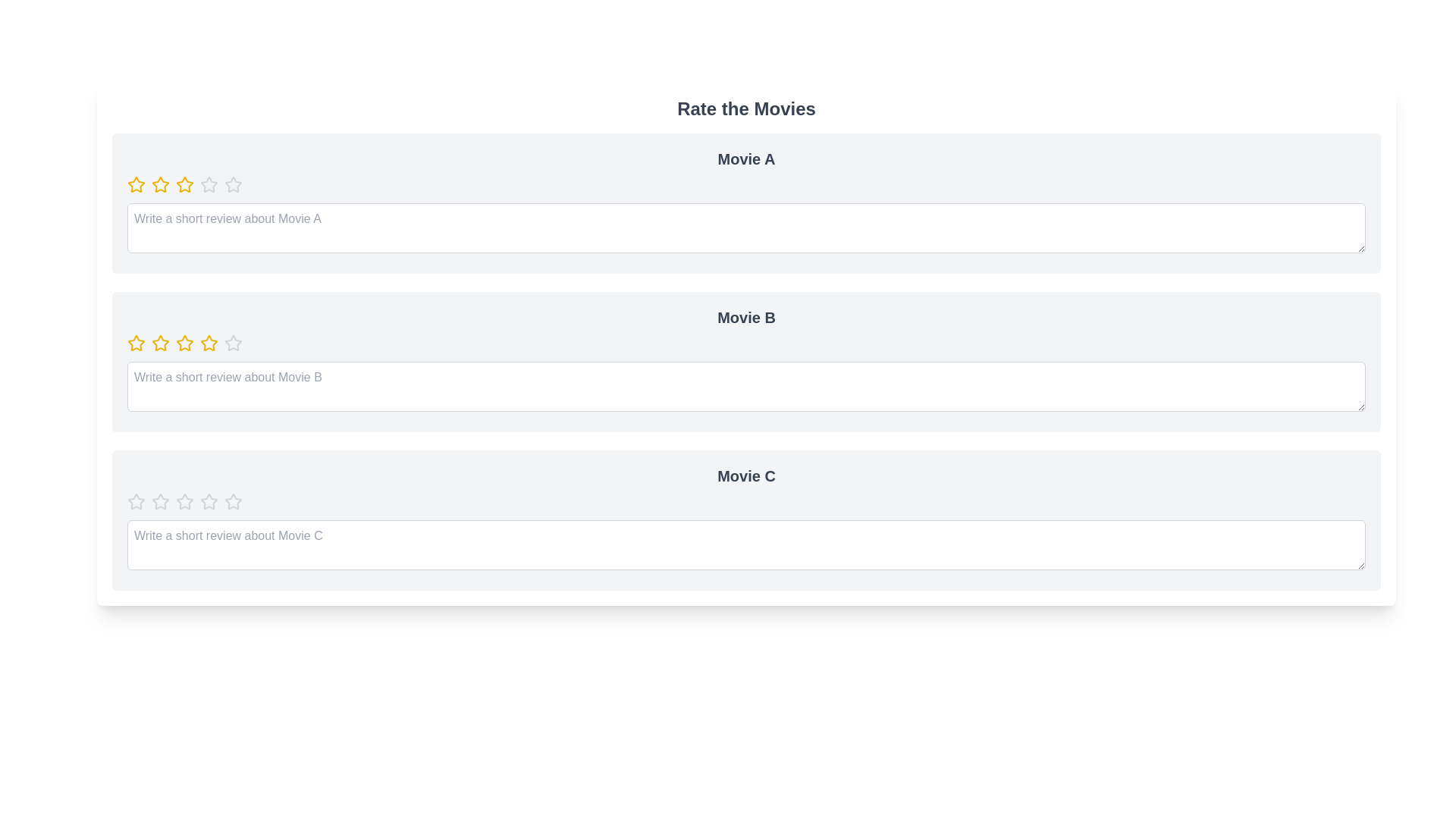 This screenshot has width=1456, height=819. I want to click on the rating of a movie to 1 stars, so click(136, 184).